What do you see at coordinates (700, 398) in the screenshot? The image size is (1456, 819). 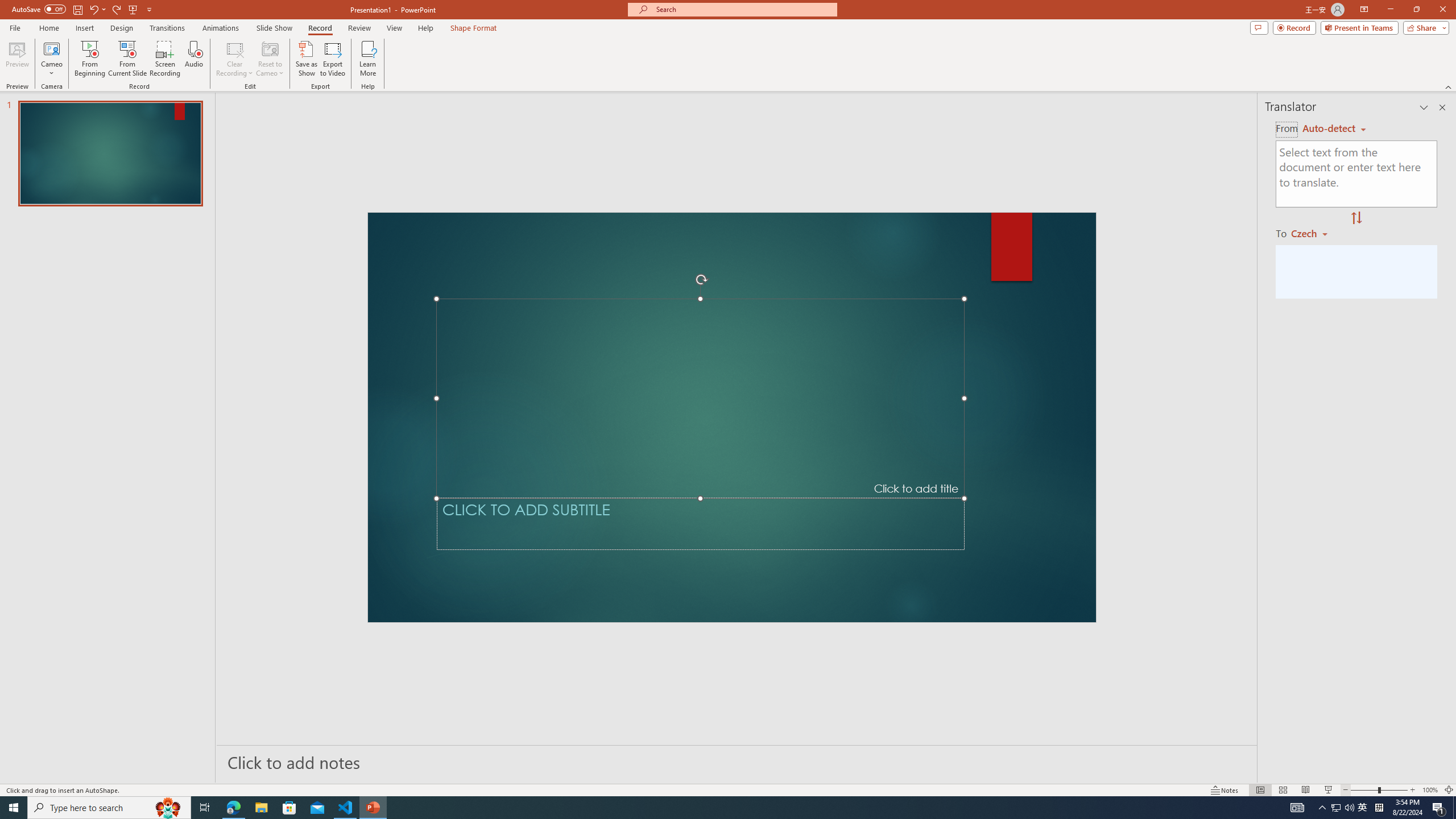 I see `'Title TextBox'` at bounding box center [700, 398].